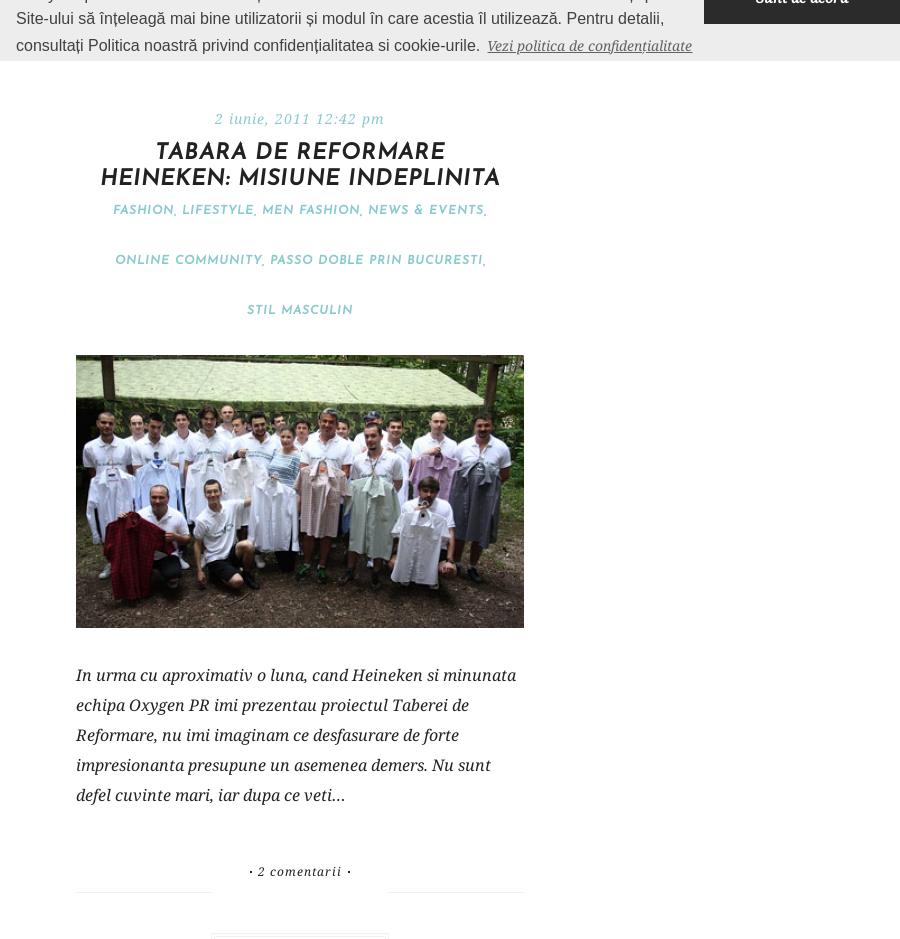 The width and height of the screenshot is (900, 939). I want to click on 'Vezi politica de confidențialitate', so click(589, 44).